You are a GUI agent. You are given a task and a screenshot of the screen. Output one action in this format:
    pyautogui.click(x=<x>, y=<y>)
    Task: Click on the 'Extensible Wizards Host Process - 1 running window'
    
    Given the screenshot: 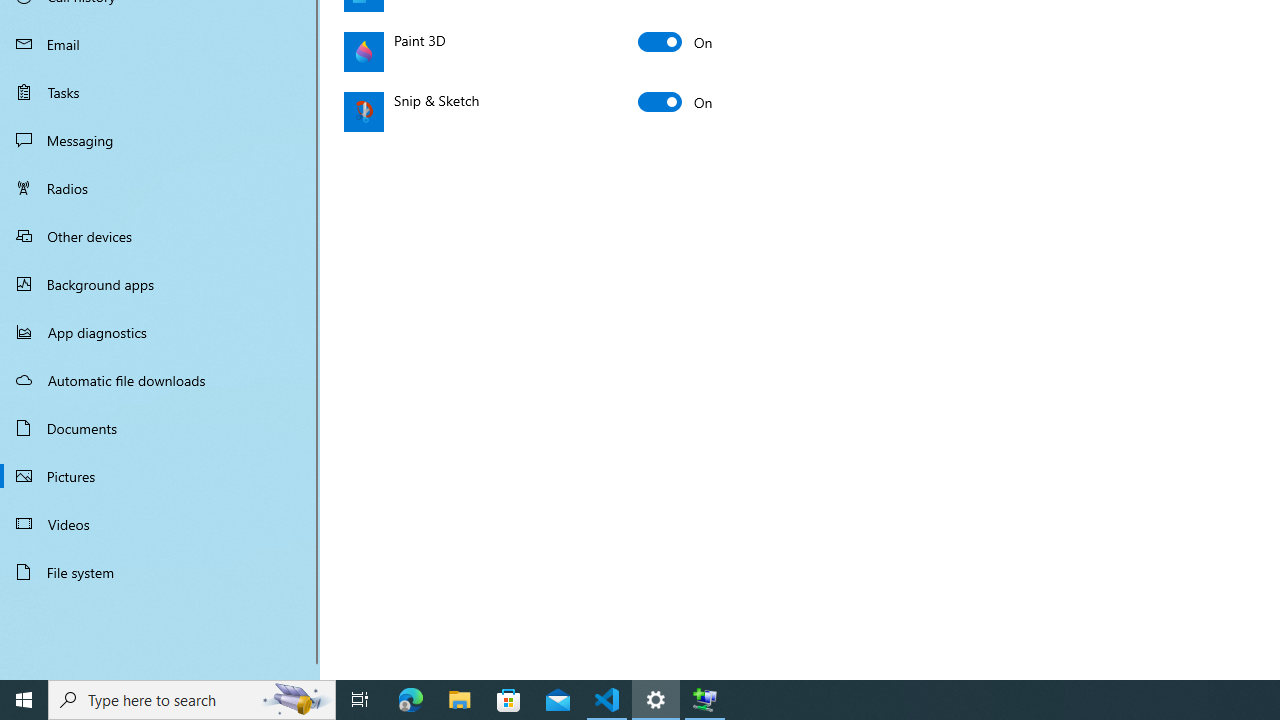 What is the action you would take?
    pyautogui.click(x=705, y=698)
    